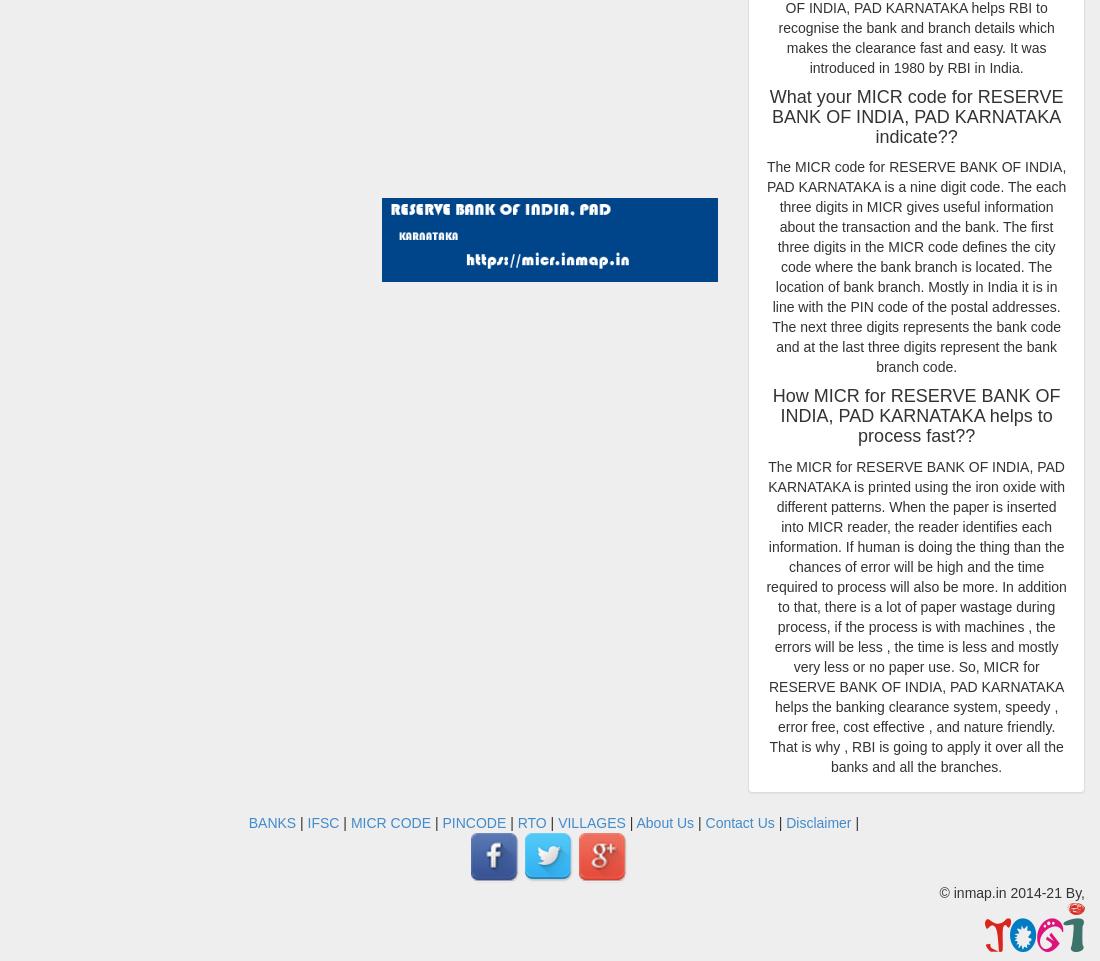  I want to click on 'BANKS', so click(272, 822).